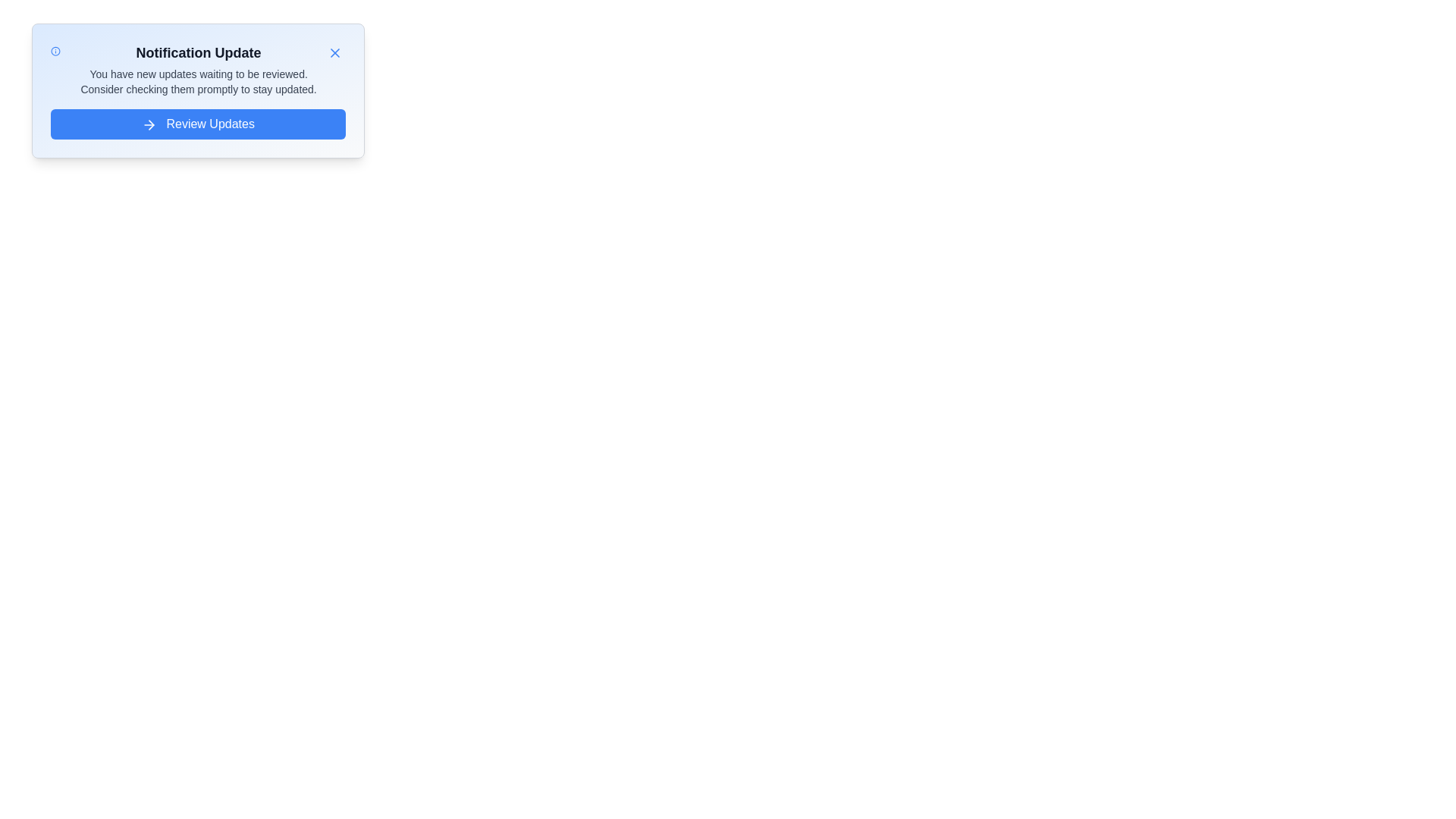  Describe the element at coordinates (334, 52) in the screenshot. I see `'X' button to close the alert` at that location.